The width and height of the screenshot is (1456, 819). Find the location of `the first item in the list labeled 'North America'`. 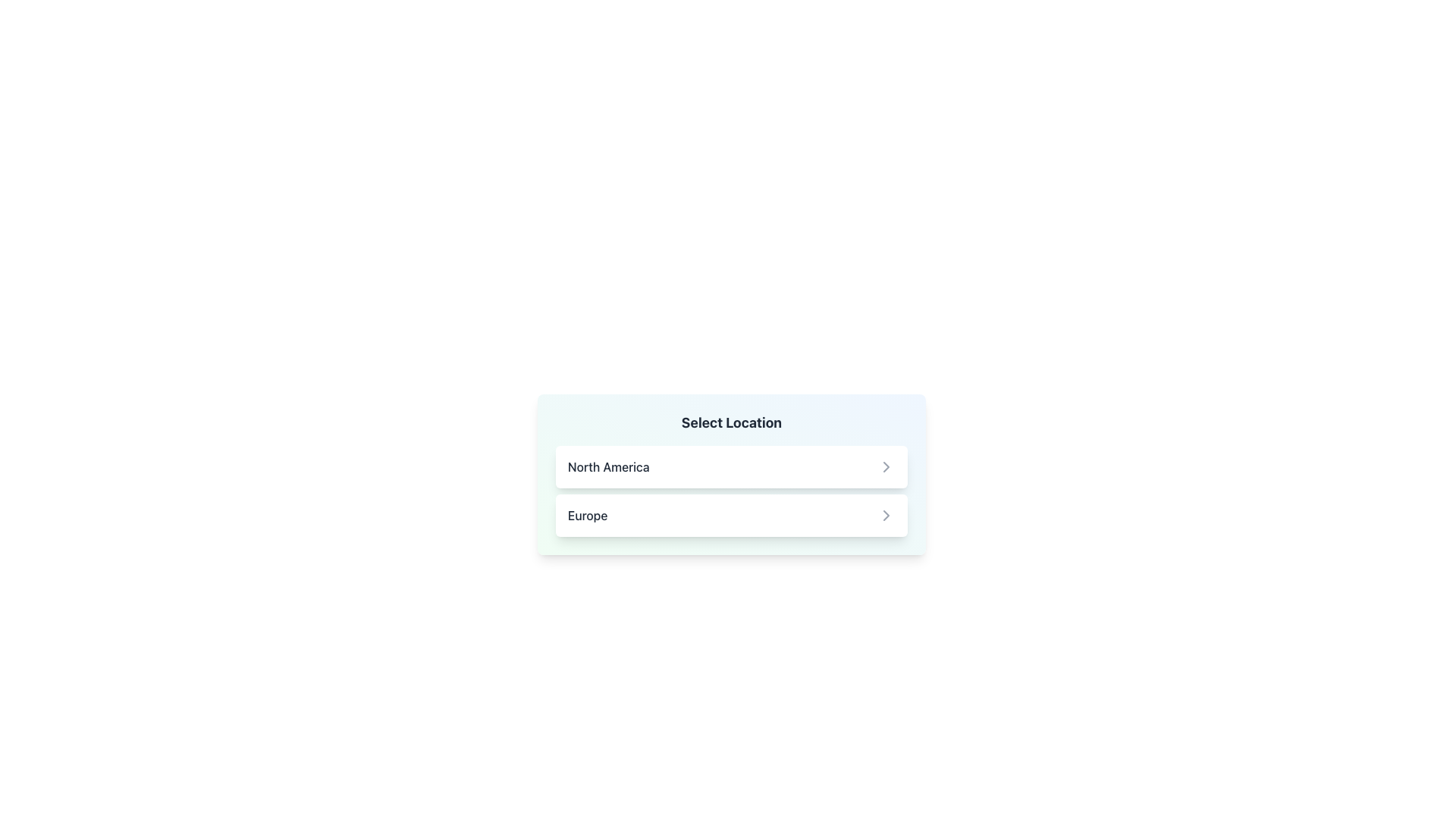

the first item in the list labeled 'North America' is located at coordinates (731, 466).